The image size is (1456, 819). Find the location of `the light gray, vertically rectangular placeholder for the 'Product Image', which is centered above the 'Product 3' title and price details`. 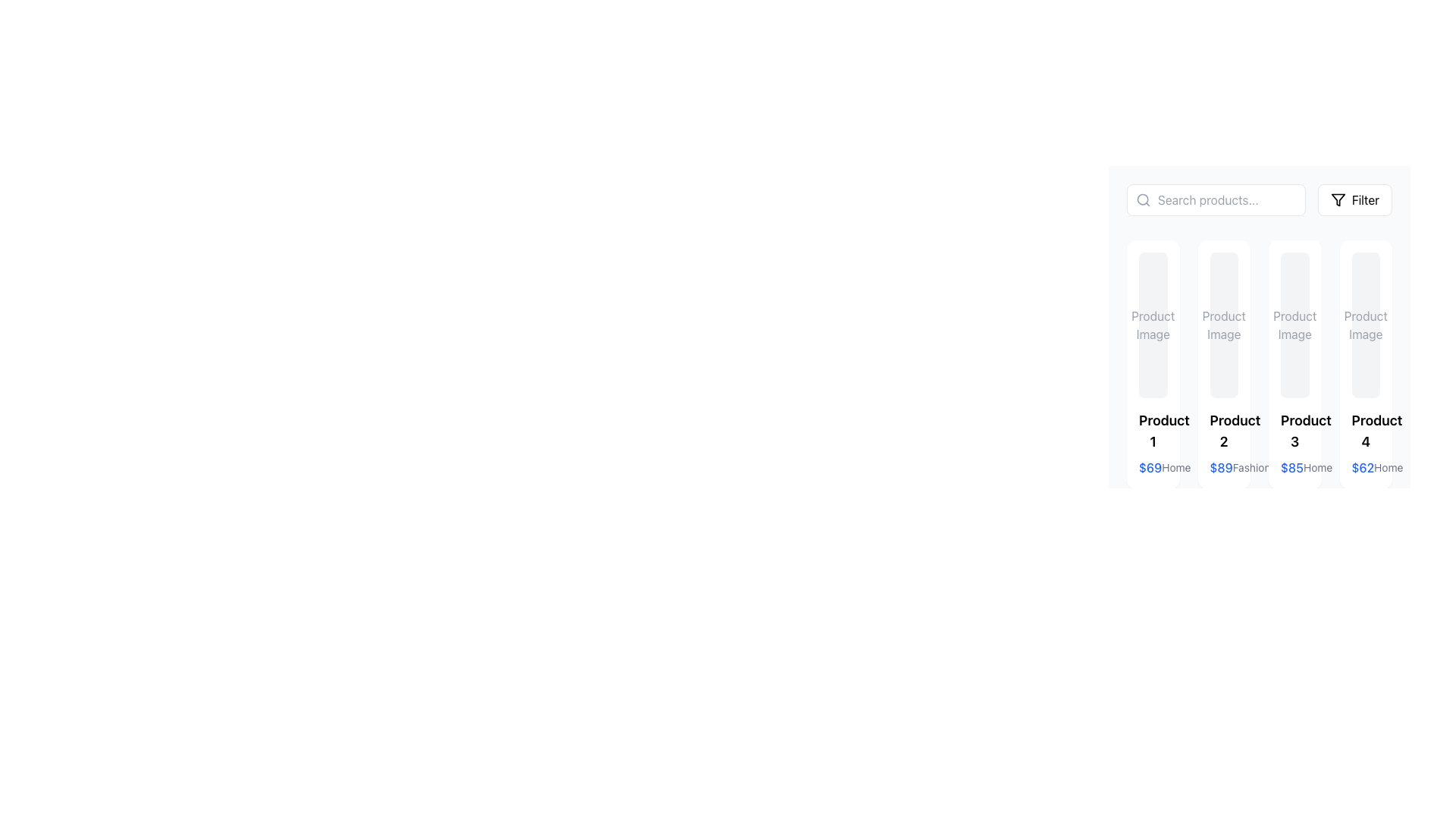

the light gray, vertically rectangular placeholder for the 'Product Image', which is centered above the 'Product 3' title and price details is located at coordinates (1294, 324).